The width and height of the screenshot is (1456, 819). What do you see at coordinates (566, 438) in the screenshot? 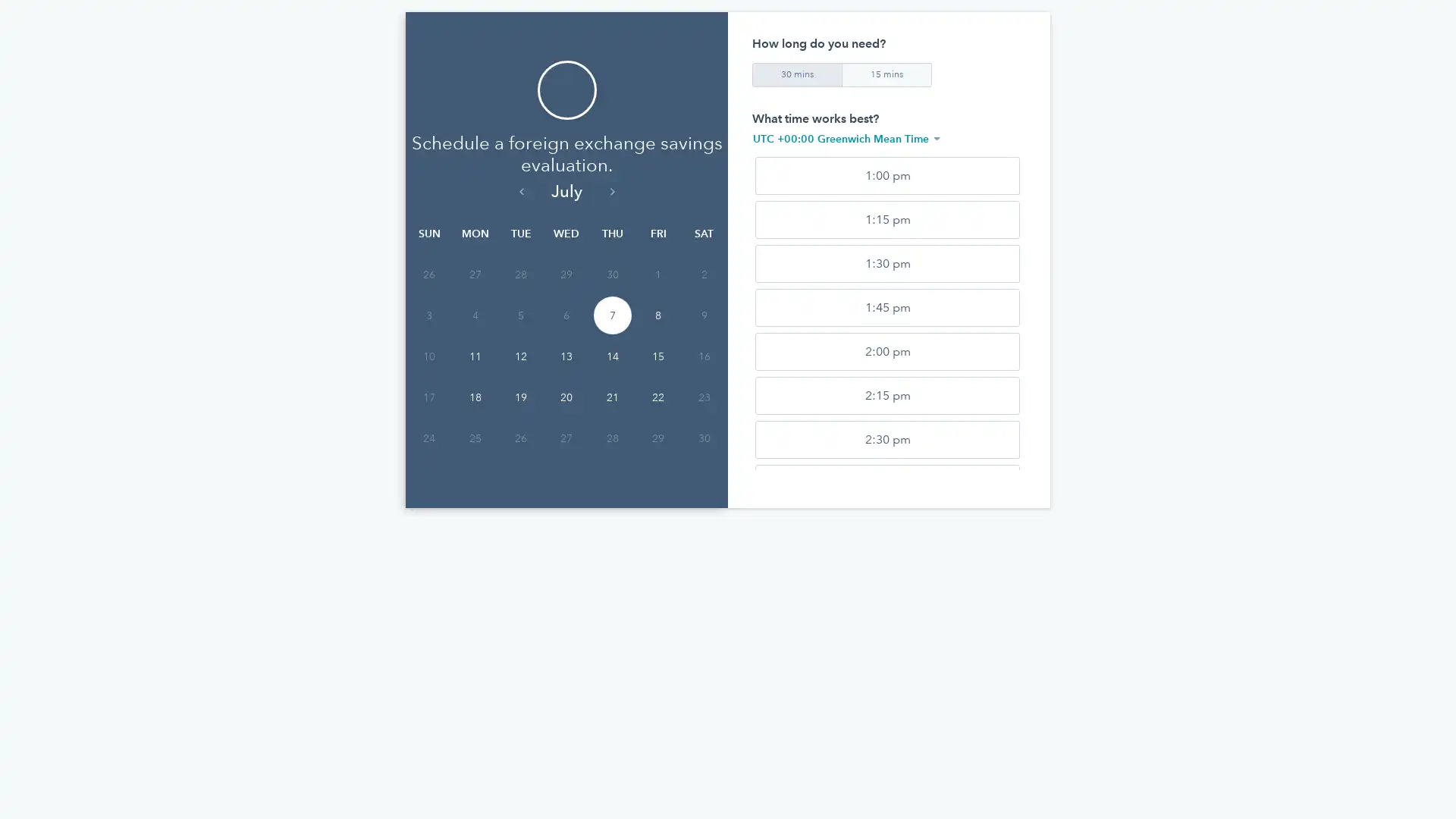
I see `July 27th` at bounding box center [566, 438].